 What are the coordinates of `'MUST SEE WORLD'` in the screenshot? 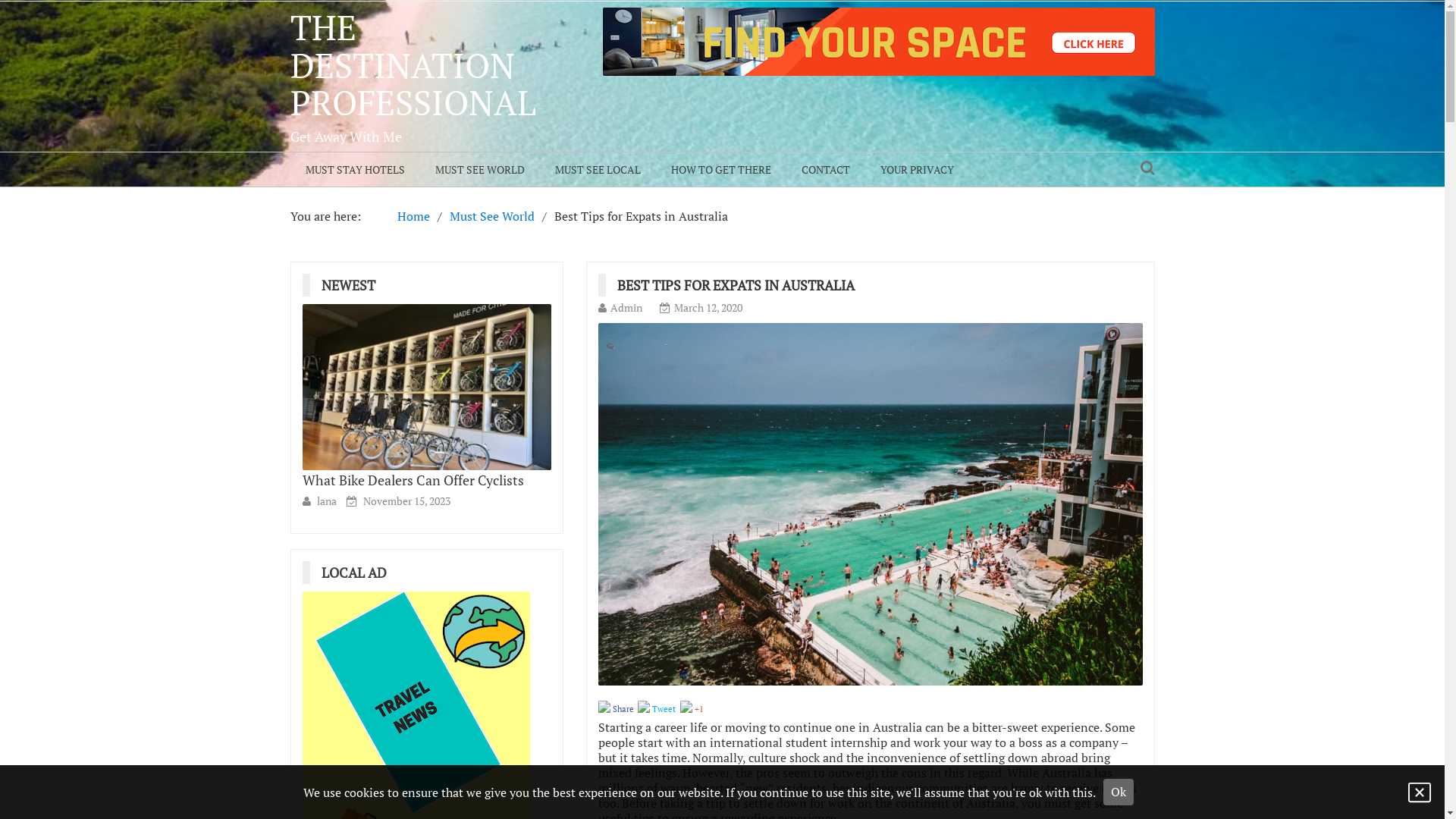 It's located at (479, 169).